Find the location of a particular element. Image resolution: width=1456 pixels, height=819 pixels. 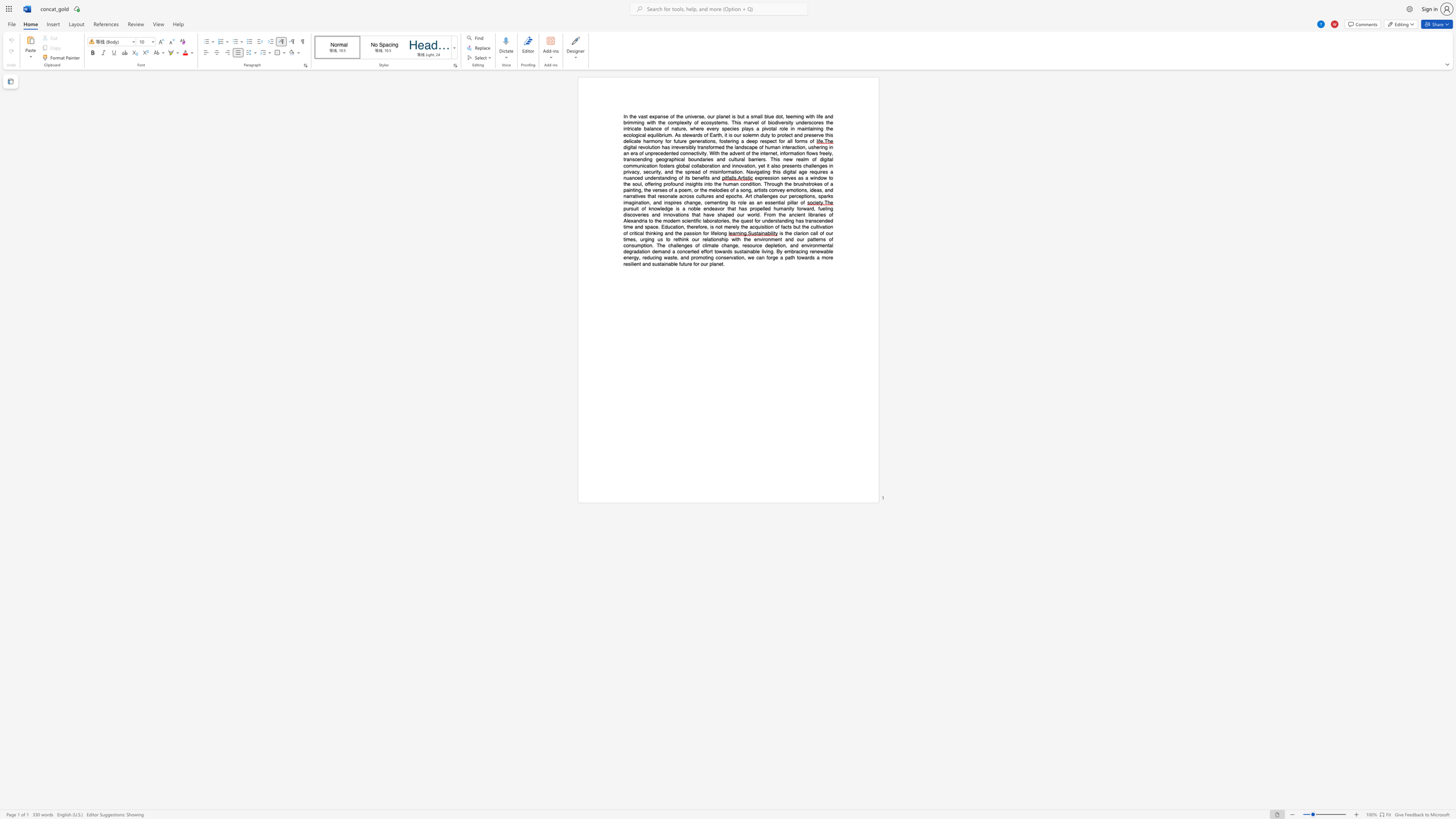

the subset text "our relationship with the environment and our patterns of consumption. The challenges of climate change, resource depletion, and environmental degradation demand a concerted effort towards sustainable living. By embracing renewable energy, reducing waste, and promoting conservation, we can forge a p" within the text "is the clarion call of our times, urging us to rethink our relationship with the environment and our patterns of consumption. The challenges of climate change, resource depletion, and environmental degradation demand a concerted effort towards sustainable living. By embracing renewable energy, reducing waste, and promoting conservation, we can forge a path towards a more resilient and sustainable future for our planet." is located at coordinates (692, 239).